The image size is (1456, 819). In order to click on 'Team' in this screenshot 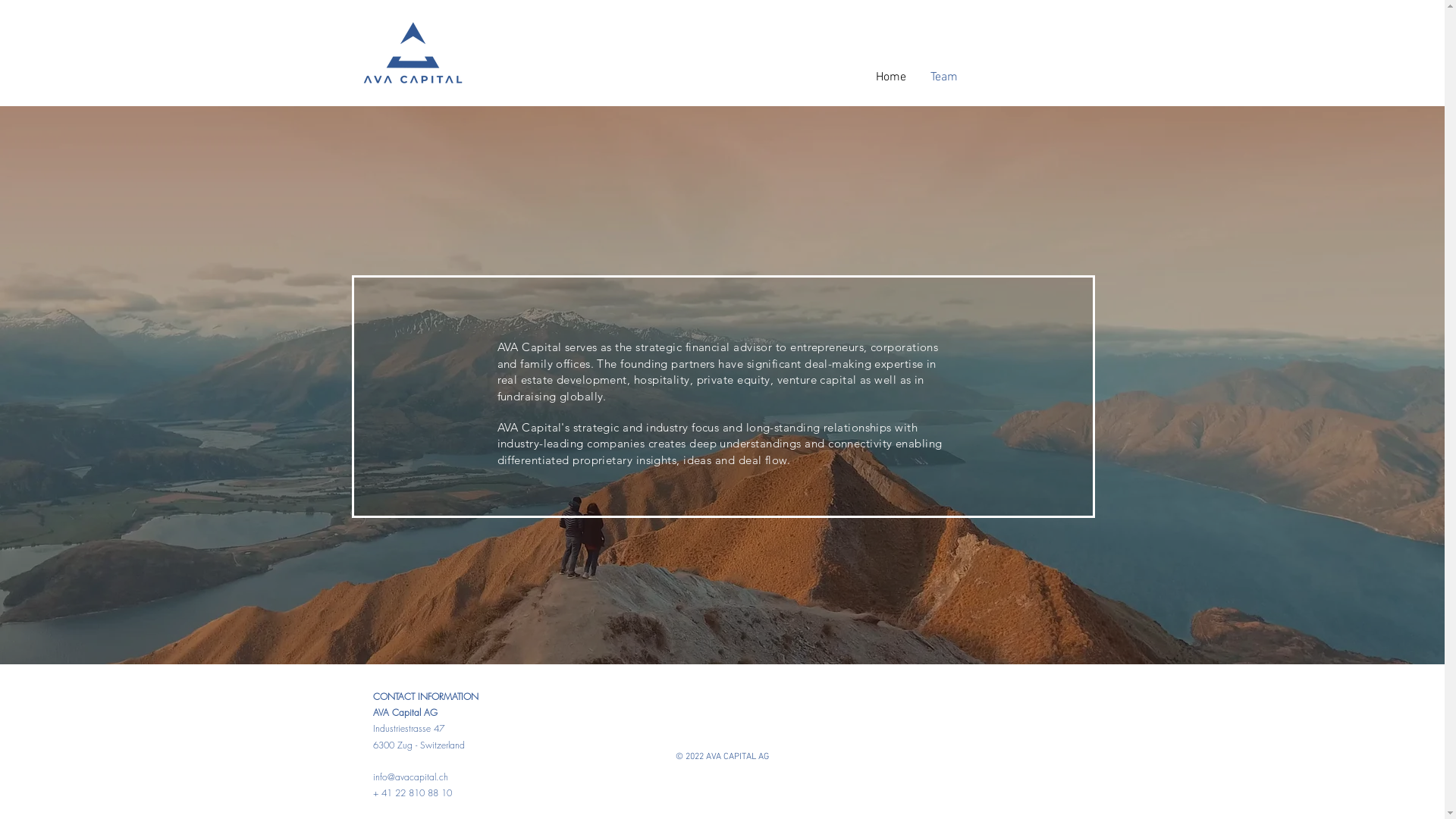, I will do `click(916, 77)`.